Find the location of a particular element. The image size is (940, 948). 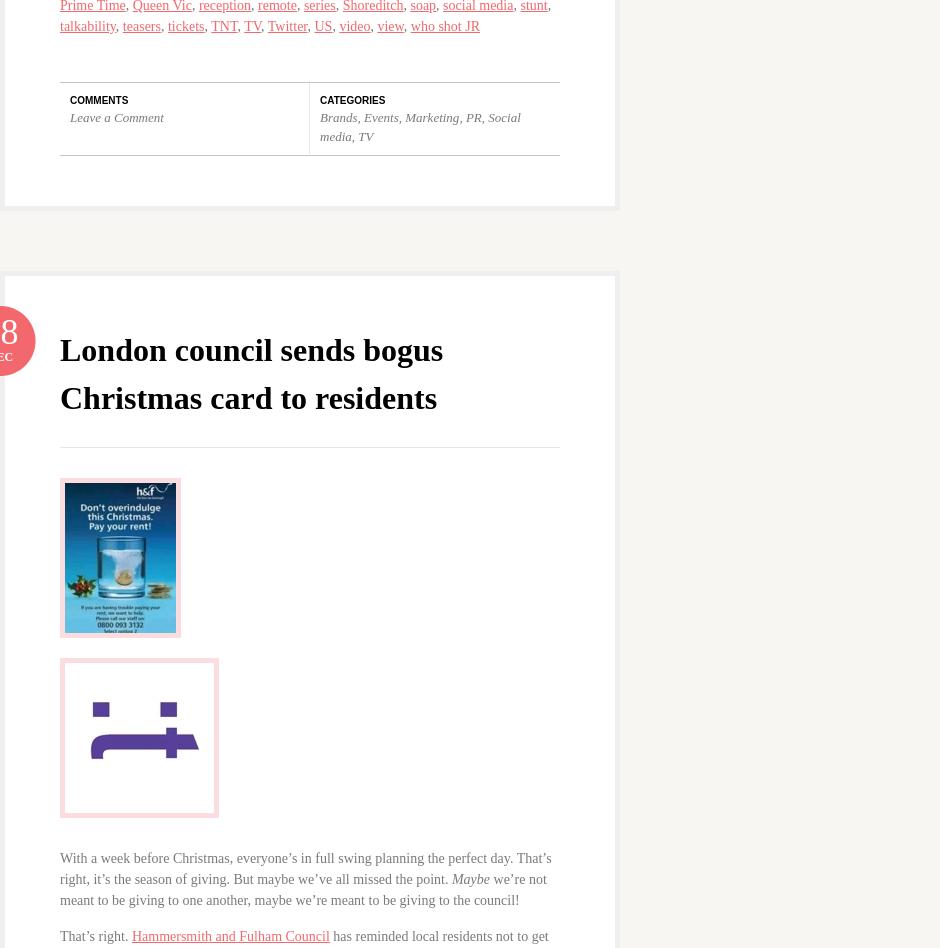

'video' is located at coordinates (338, 25).